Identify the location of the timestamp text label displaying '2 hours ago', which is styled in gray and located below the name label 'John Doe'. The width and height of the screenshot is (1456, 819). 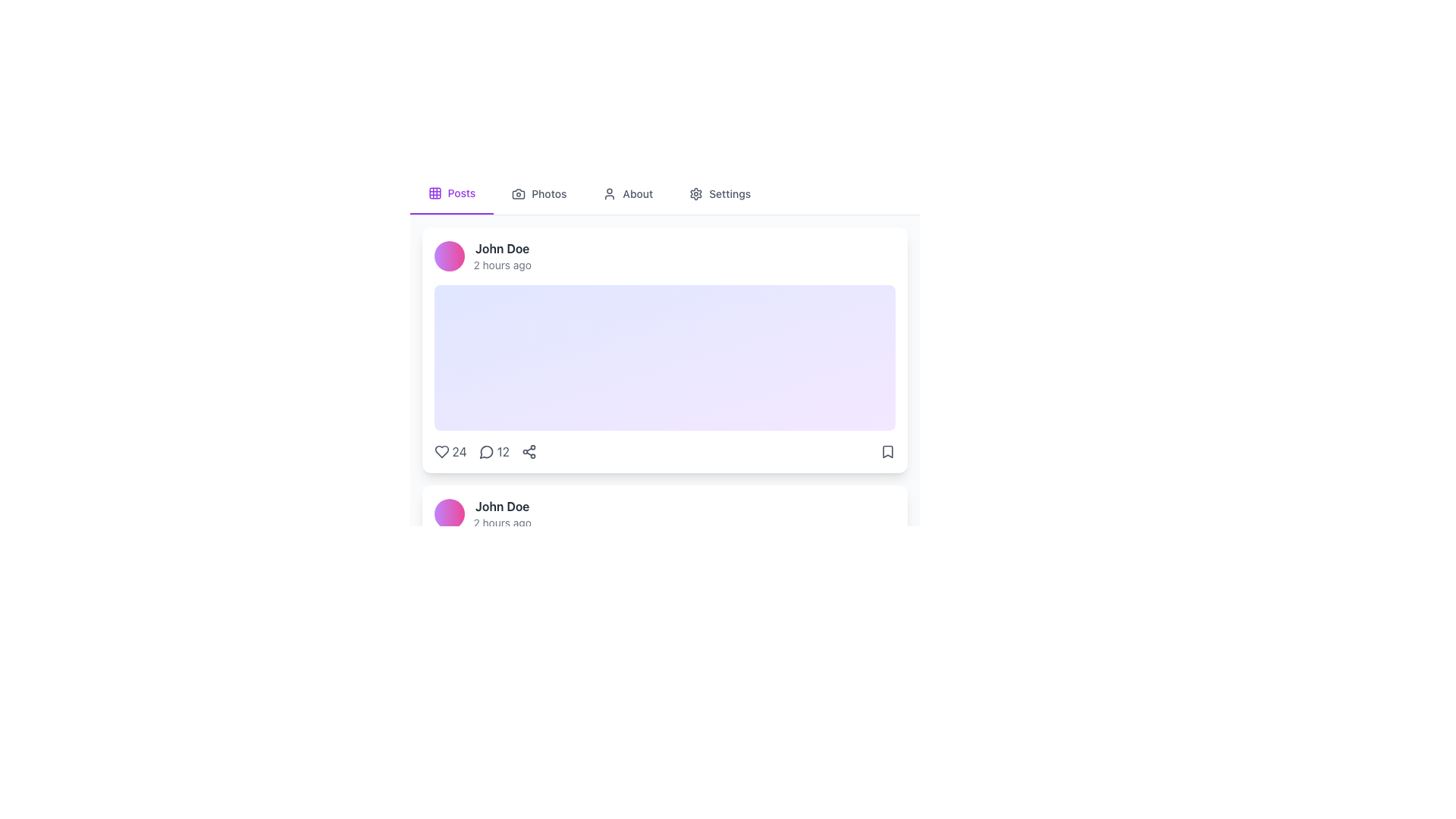
(502, 522).